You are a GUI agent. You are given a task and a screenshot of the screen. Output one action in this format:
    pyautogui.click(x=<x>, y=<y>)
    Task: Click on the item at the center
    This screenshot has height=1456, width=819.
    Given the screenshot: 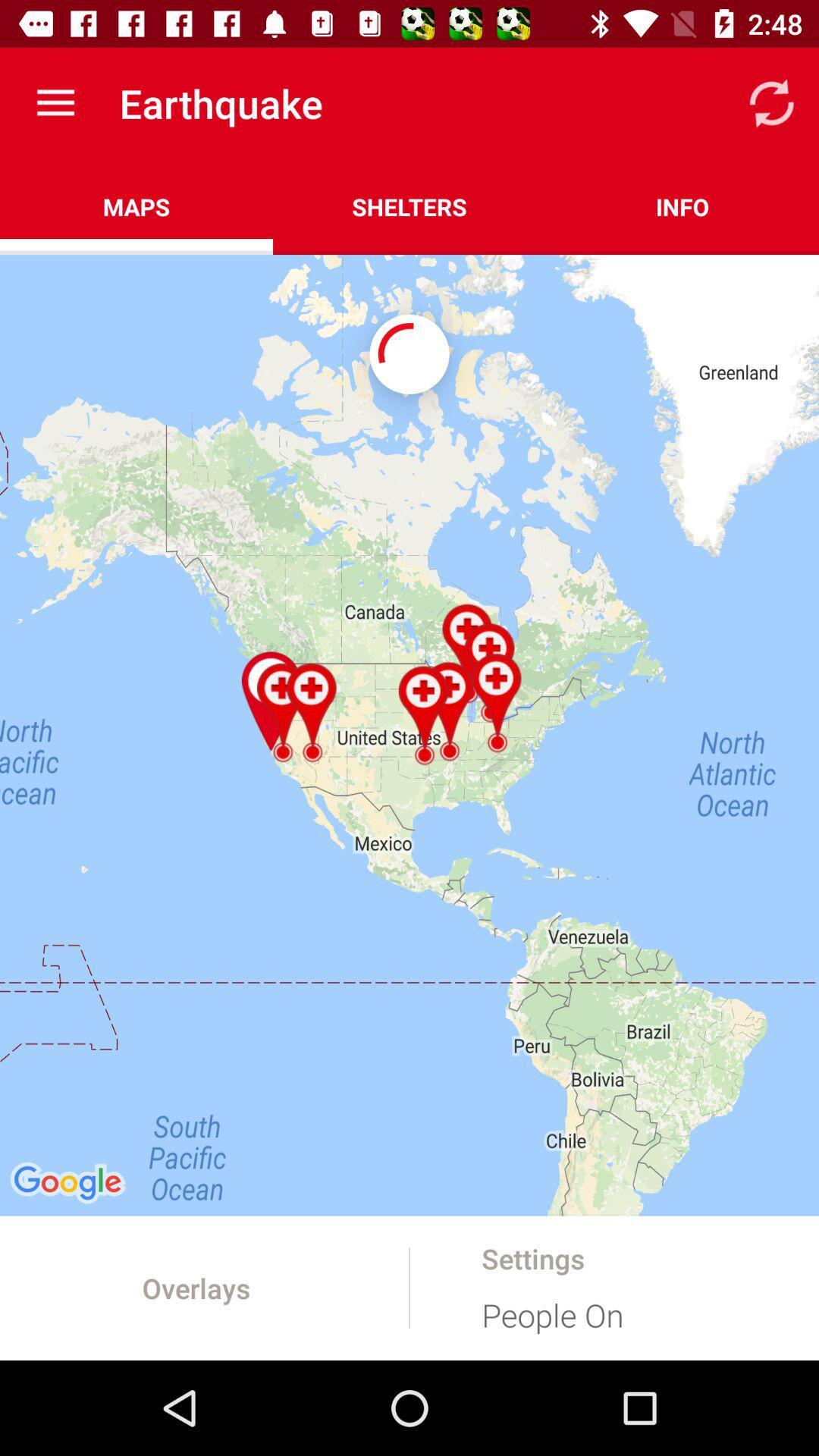 What is the action you would take?
    pyautogui.click(x=409, y=735)
    